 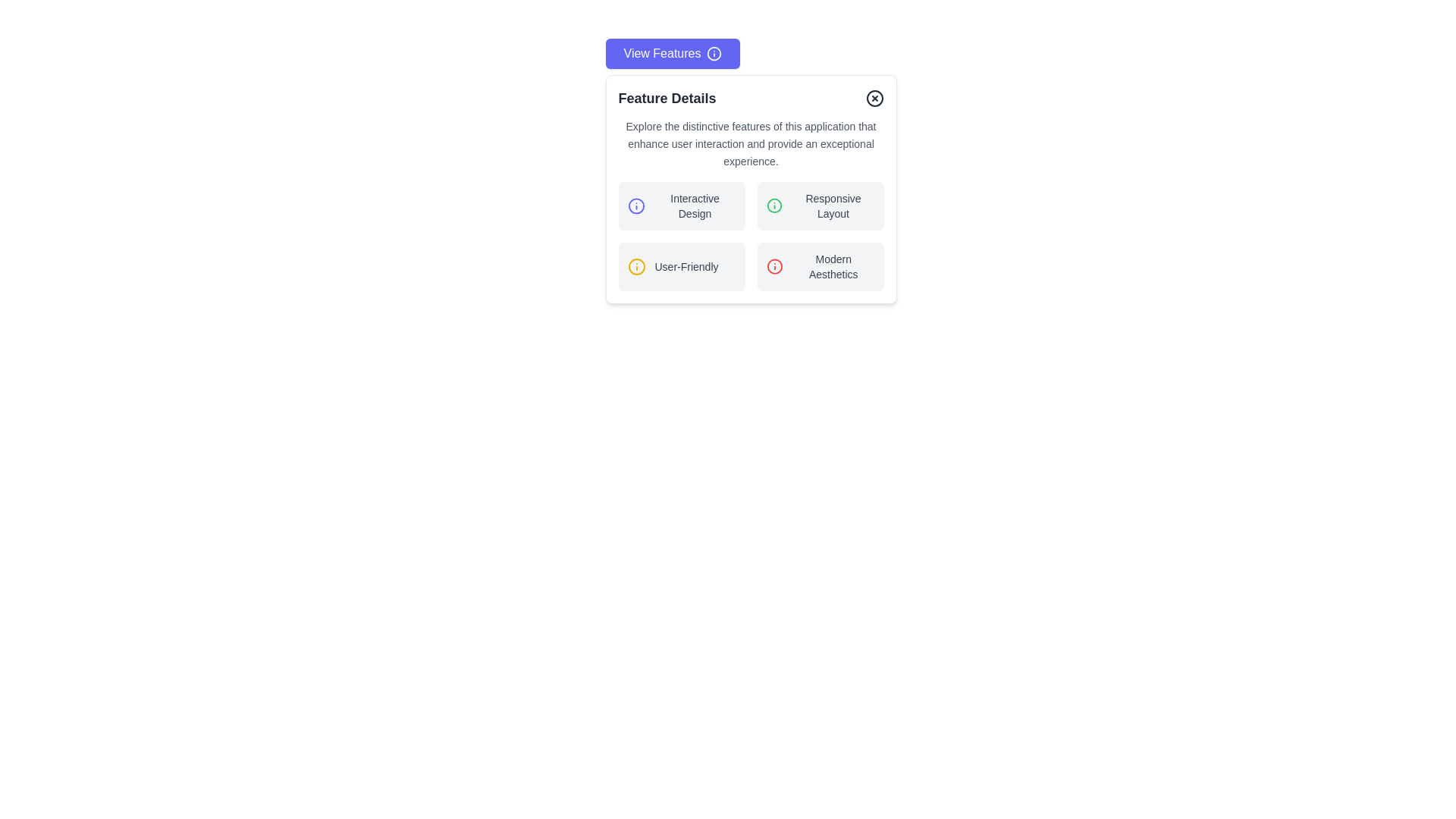 I want to click on the circular information icon with a yellow outline located to the left of the text 'User-Friendly' in the features widget, so click(x=636, y=266).